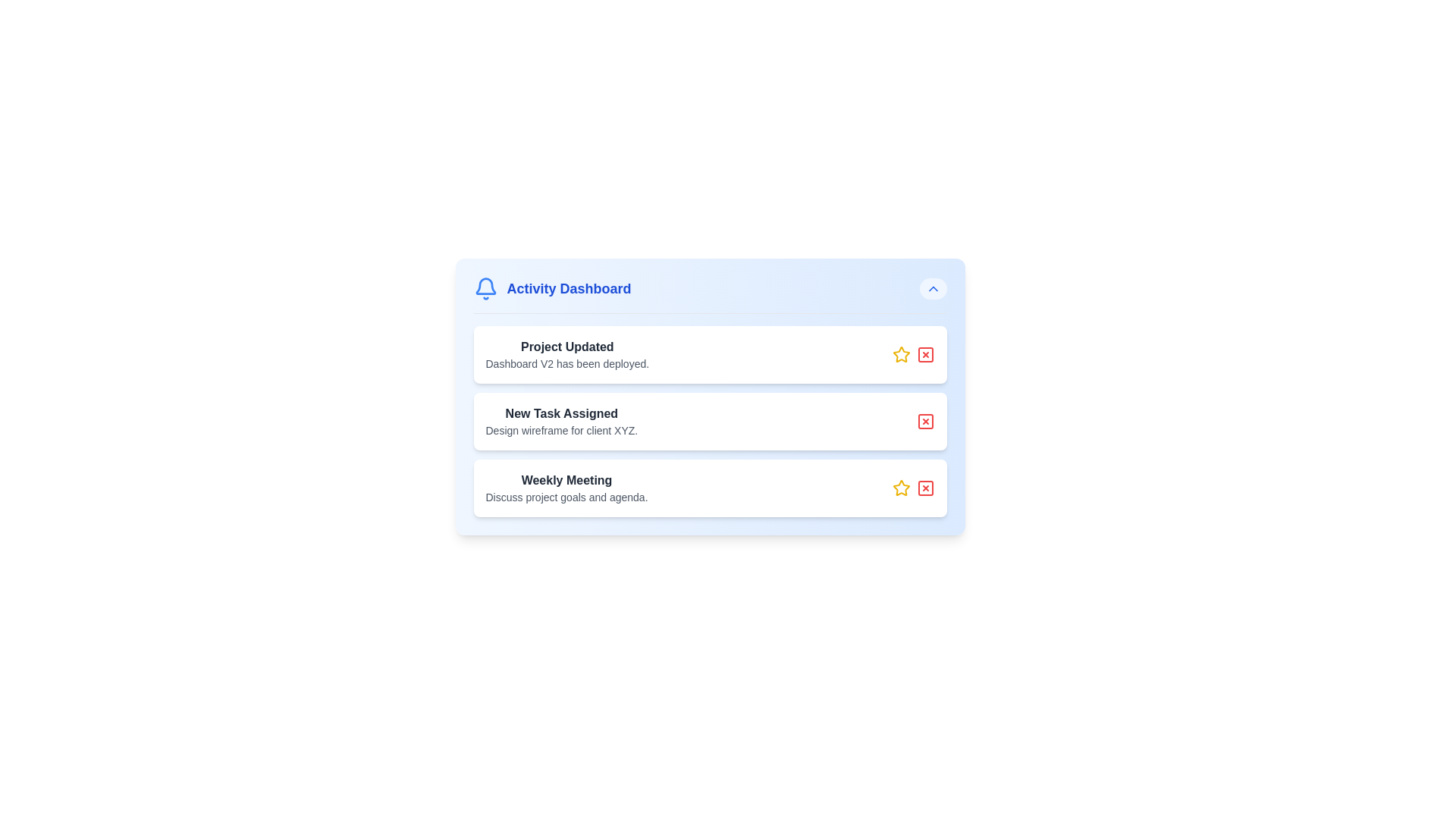 Image resolution: width=1456 pixels, height=819 pixels. I want to click on the button in the upper-right corner of the Activity Dashboard, so click(932, 289).